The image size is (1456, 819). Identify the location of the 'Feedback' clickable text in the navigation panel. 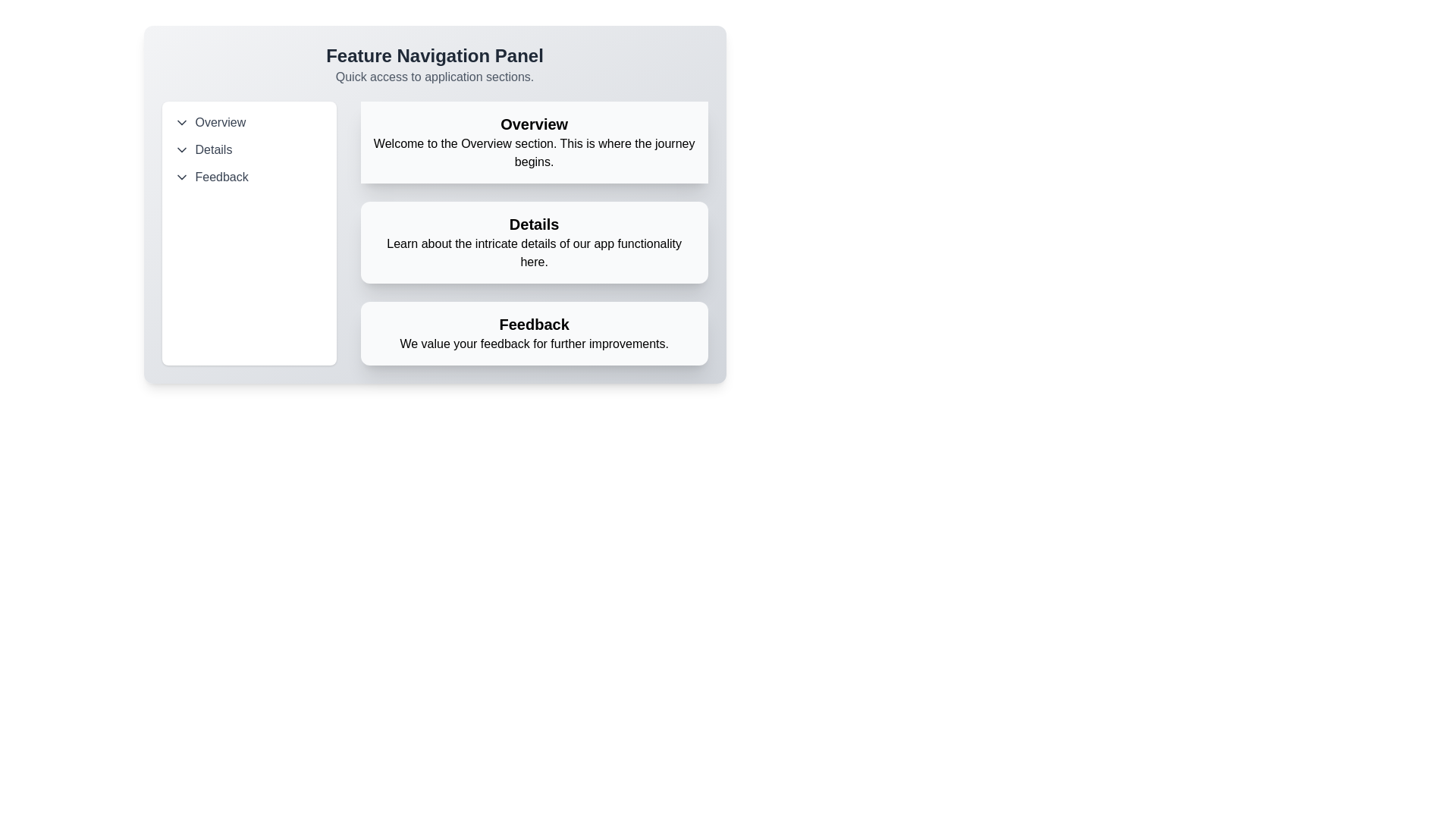
(249, 177).